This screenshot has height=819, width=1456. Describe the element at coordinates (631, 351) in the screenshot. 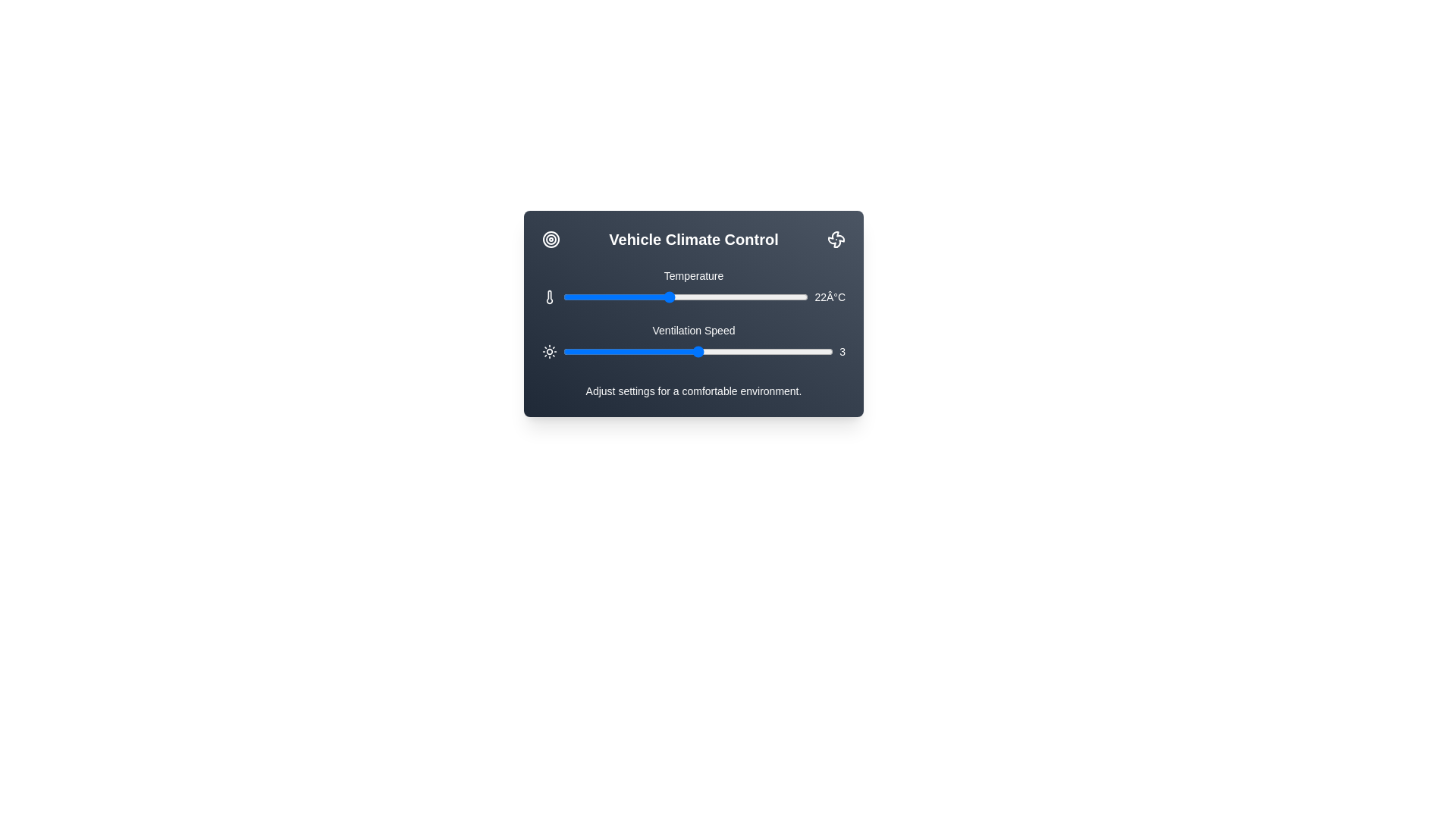

I see `the ventilation speed to 2 using the slider` at that location.